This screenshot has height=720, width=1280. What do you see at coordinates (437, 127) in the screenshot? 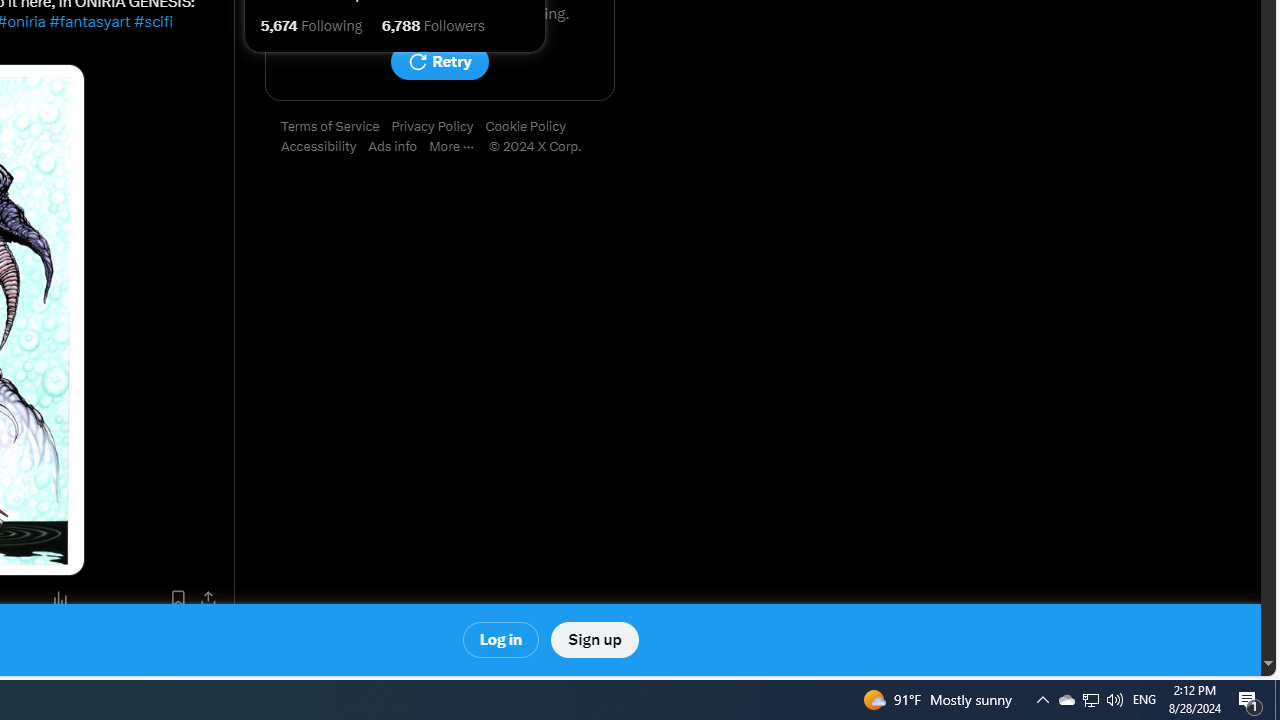
I see `'Privacy Policy'` at bounding box center [437, 127].